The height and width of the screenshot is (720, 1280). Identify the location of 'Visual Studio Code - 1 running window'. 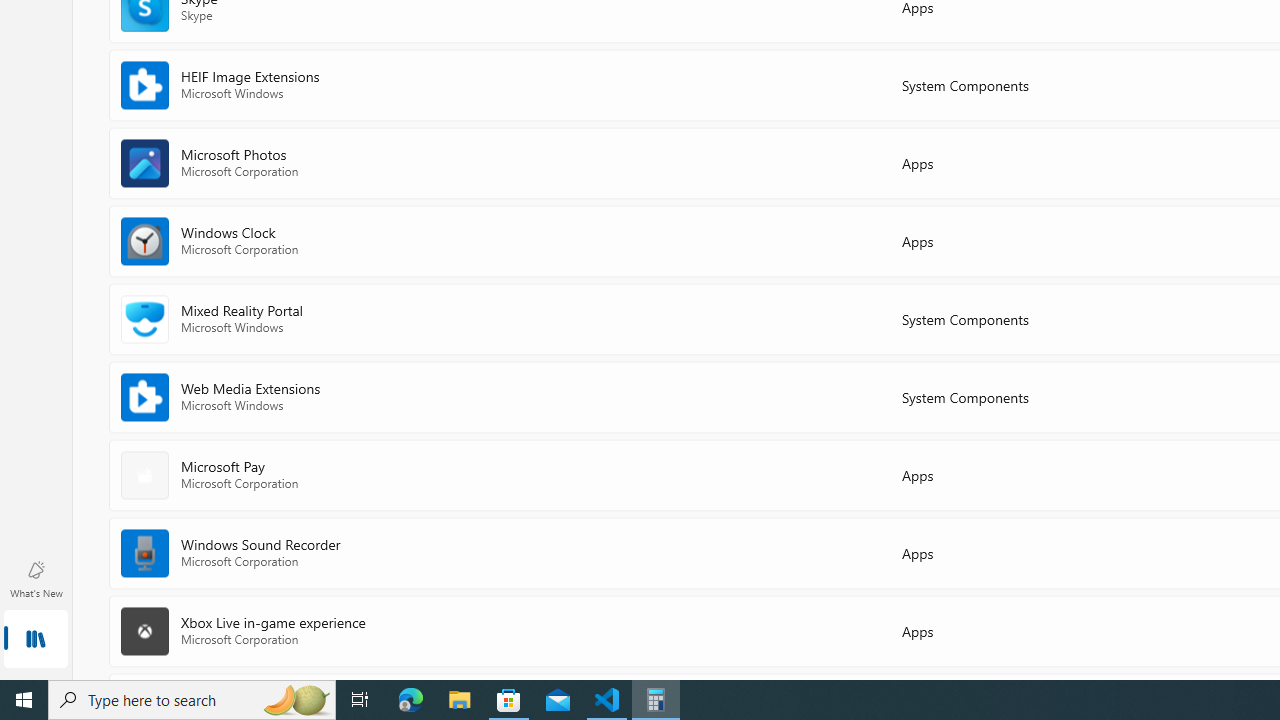
(606, 698).